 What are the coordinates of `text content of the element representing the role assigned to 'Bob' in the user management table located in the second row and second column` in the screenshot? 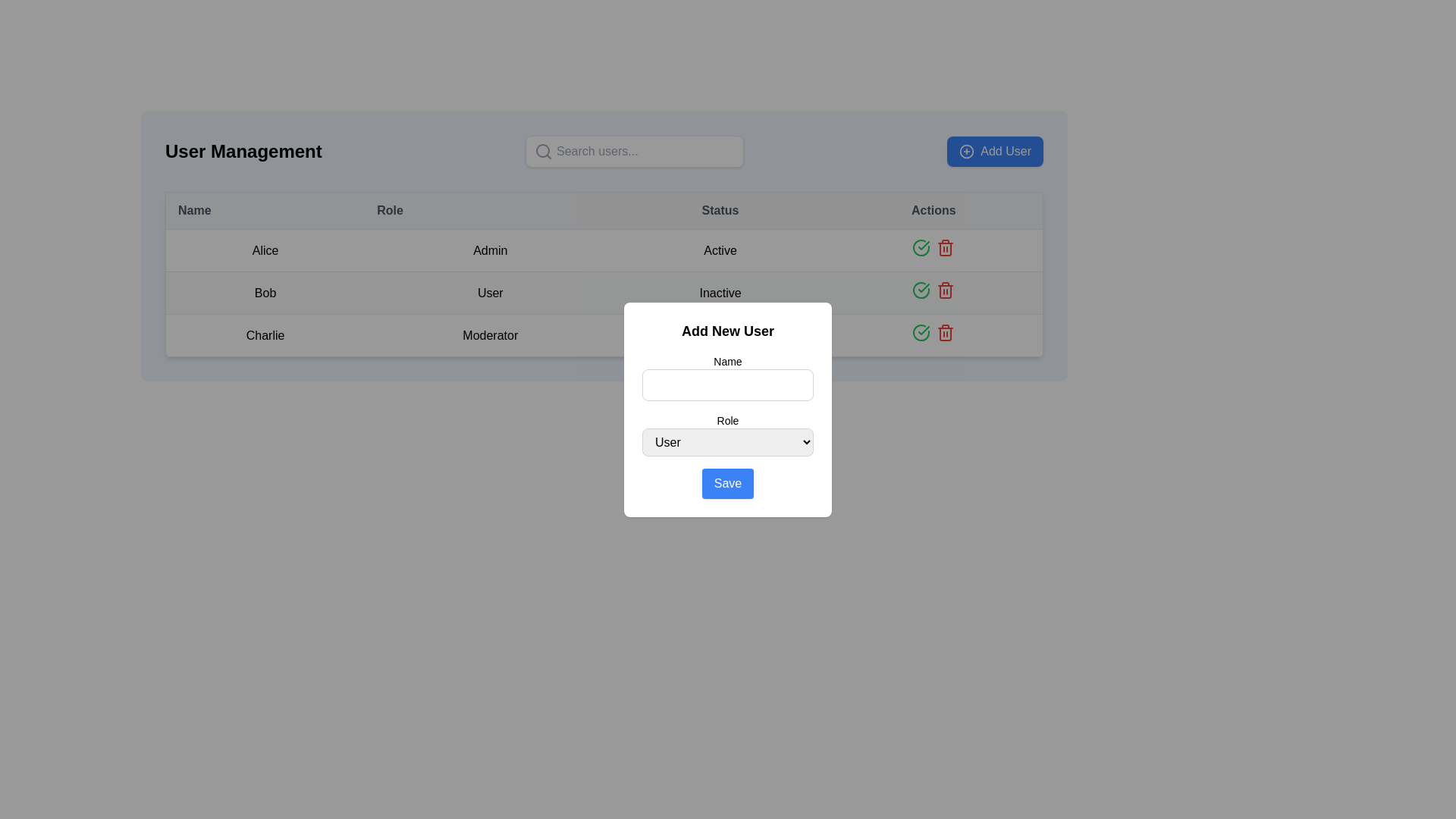 It's located at (490, 293).